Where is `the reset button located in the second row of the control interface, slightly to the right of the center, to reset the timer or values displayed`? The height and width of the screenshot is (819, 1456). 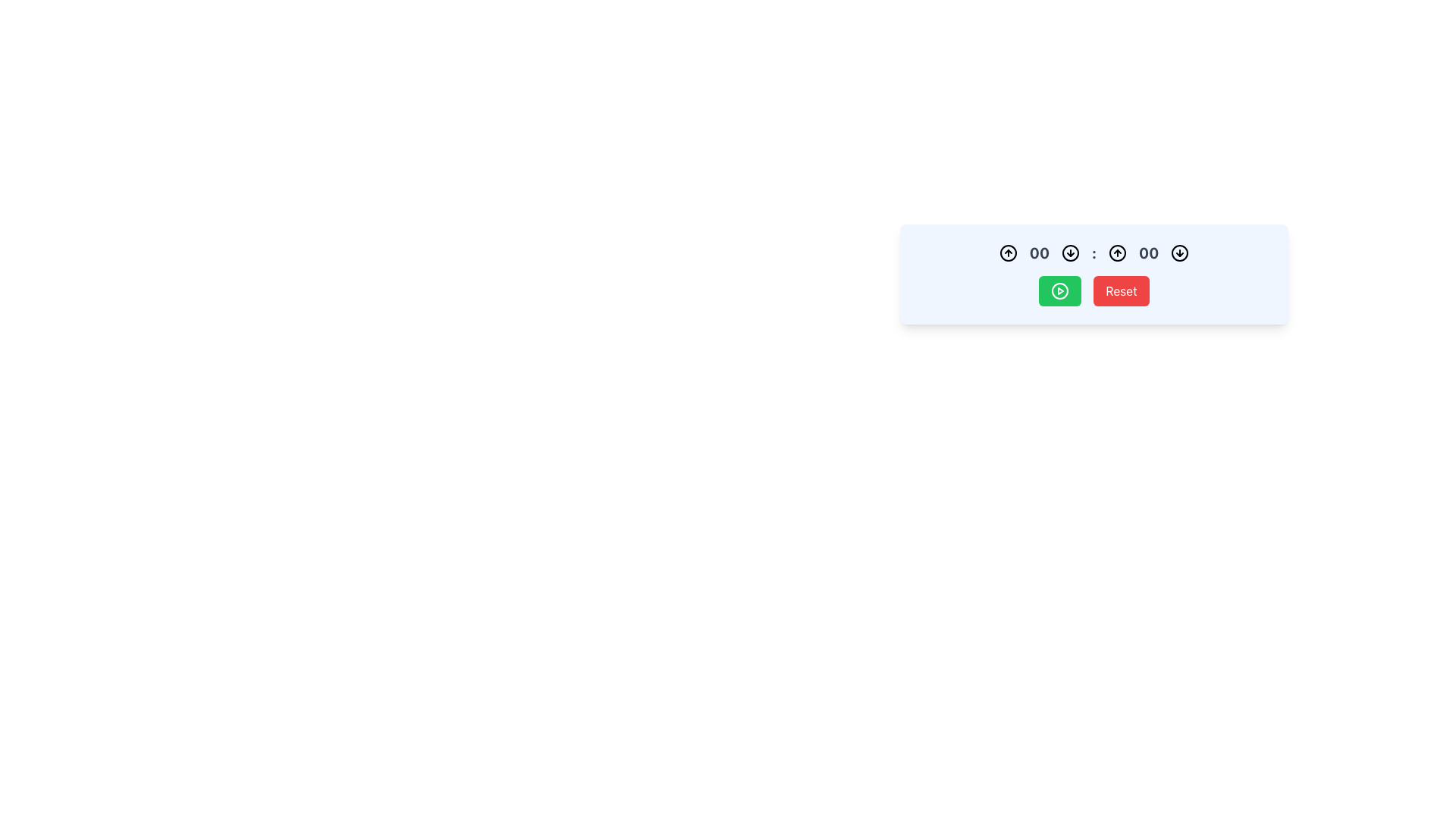 the reset button located in the second row of the control interface, slightly to the right of the center, to reset the timer or values displayed is located at coordinates (1094, 275).